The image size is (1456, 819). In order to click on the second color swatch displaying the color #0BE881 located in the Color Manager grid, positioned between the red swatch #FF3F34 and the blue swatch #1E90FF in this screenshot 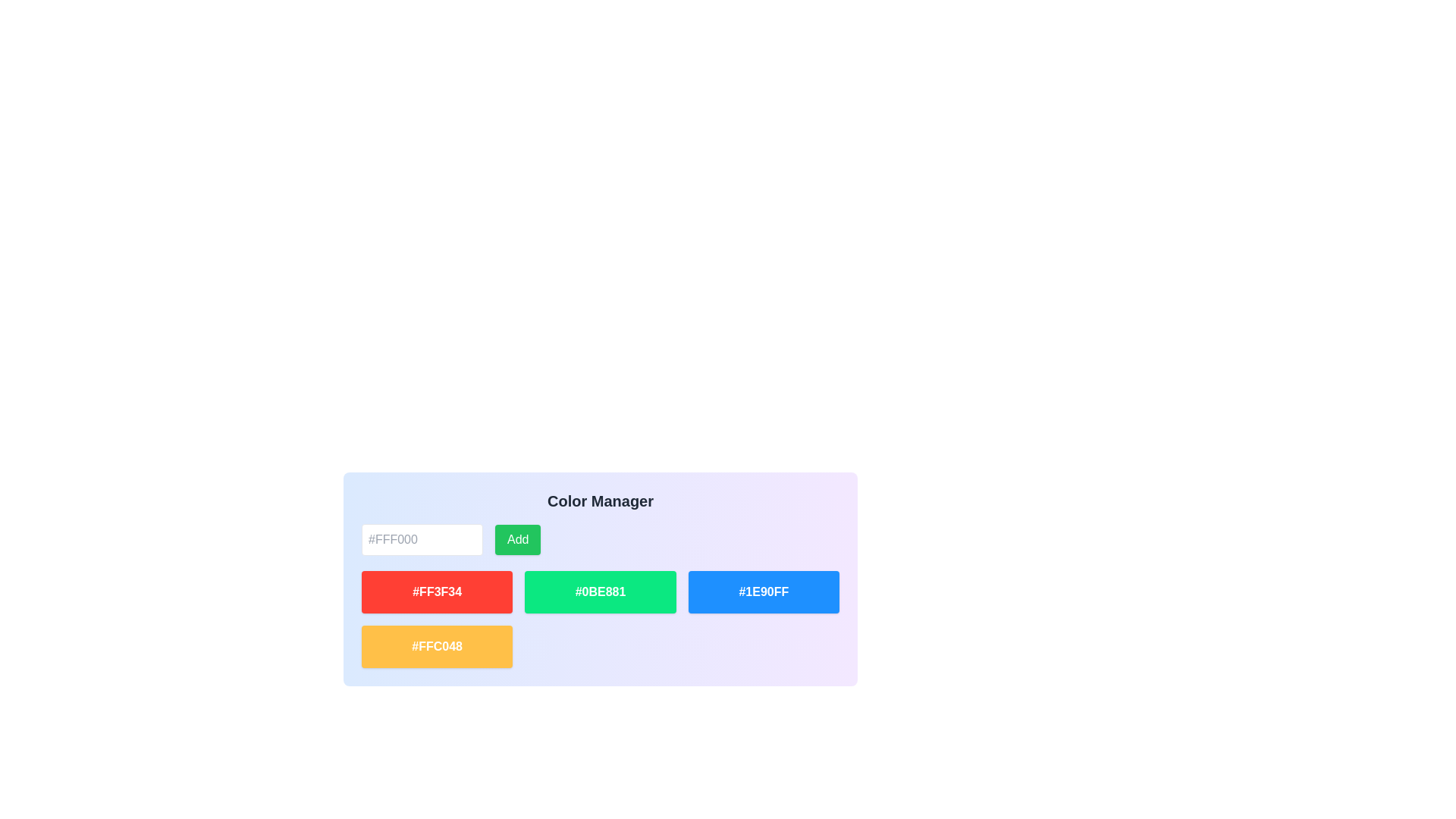, I will do `click(600, 581)`.